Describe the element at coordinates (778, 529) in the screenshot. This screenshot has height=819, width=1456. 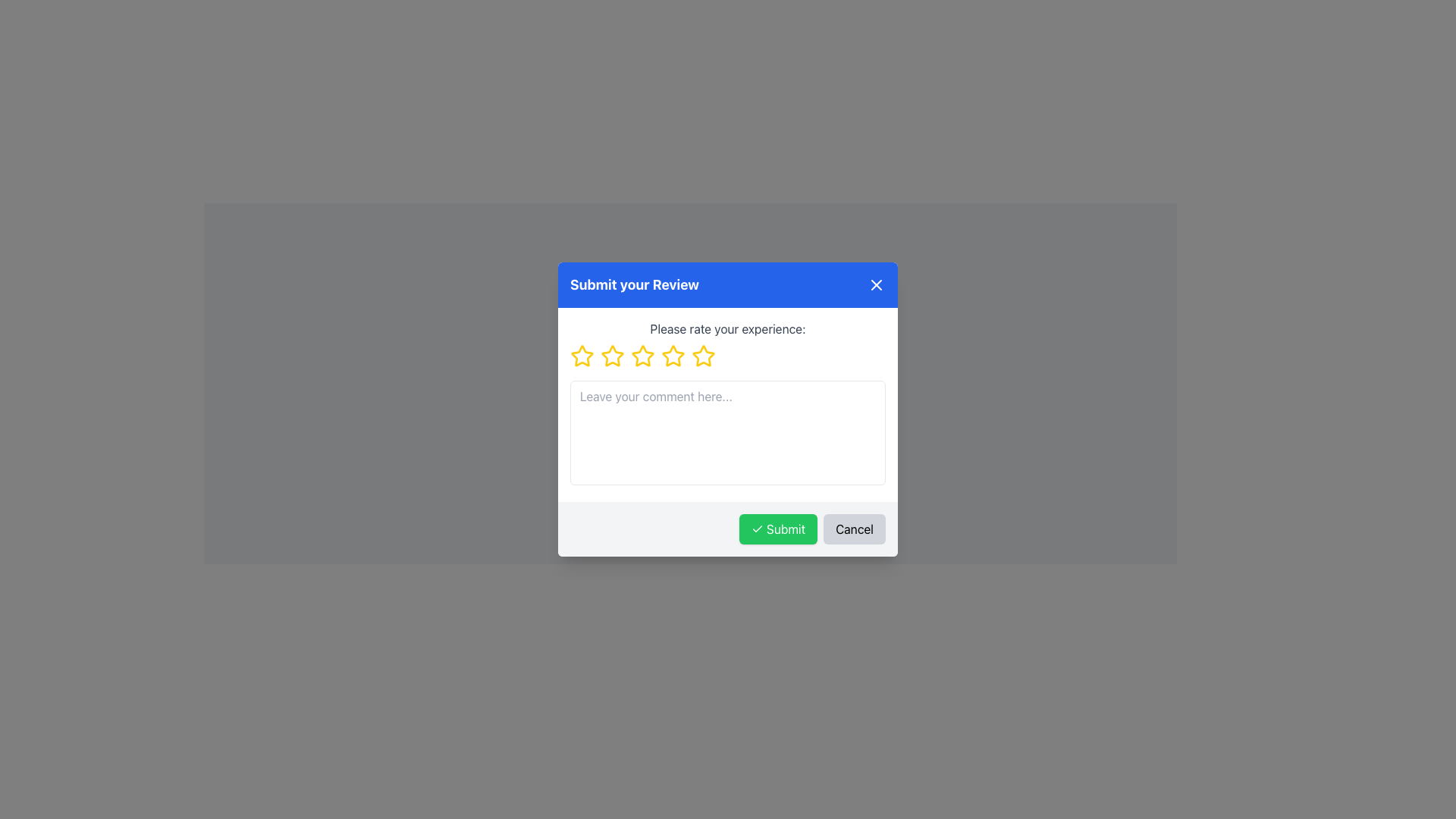
I see `the 'Submit' button located near the bottom-right corner of the modal dialog box` at that location.